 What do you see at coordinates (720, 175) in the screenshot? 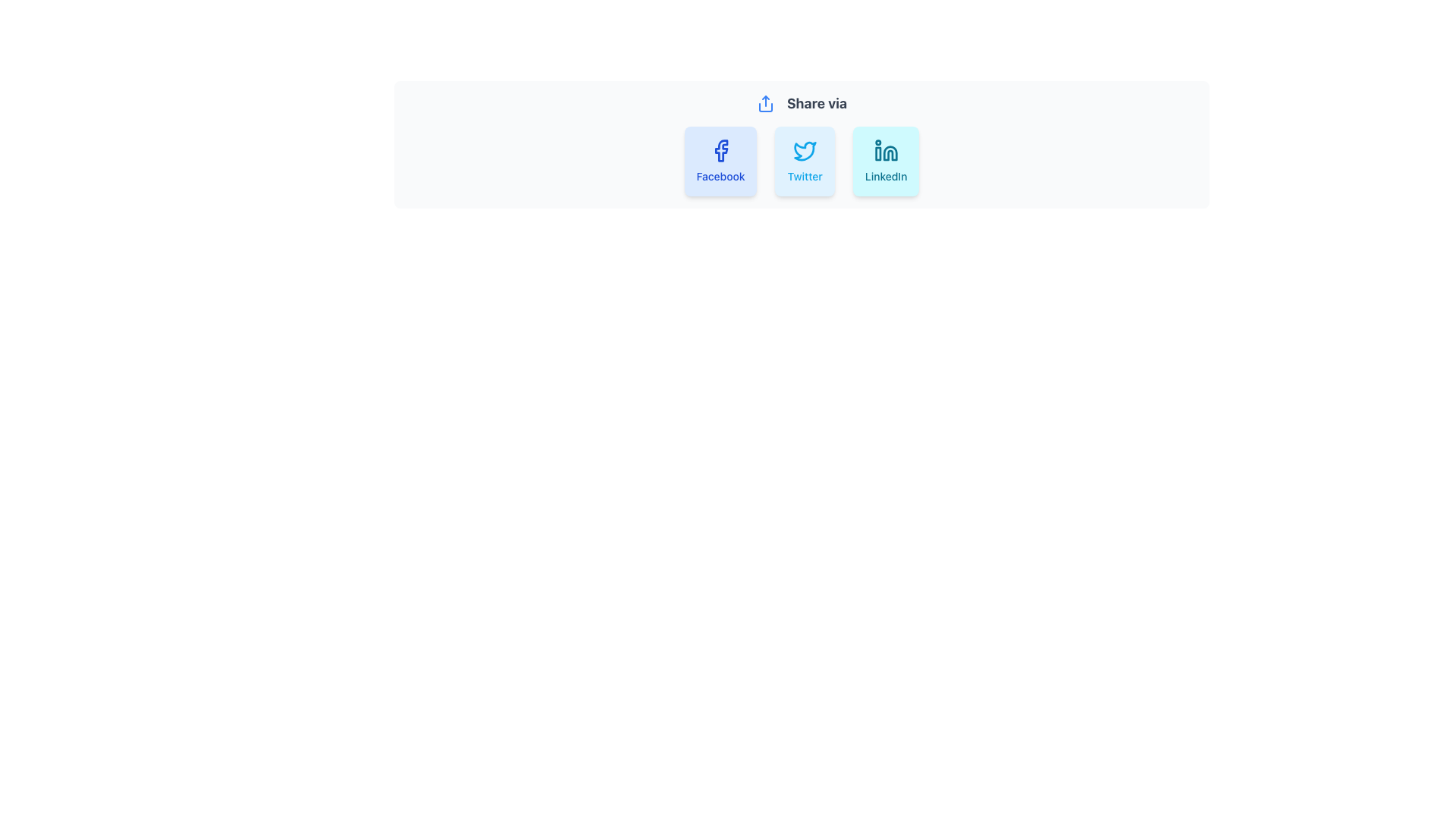
I see `text label displaying 'Facebook' which is styled in blue color and positioned beneath the Facebook logo in the share option section` at bounding box center [720, 175].